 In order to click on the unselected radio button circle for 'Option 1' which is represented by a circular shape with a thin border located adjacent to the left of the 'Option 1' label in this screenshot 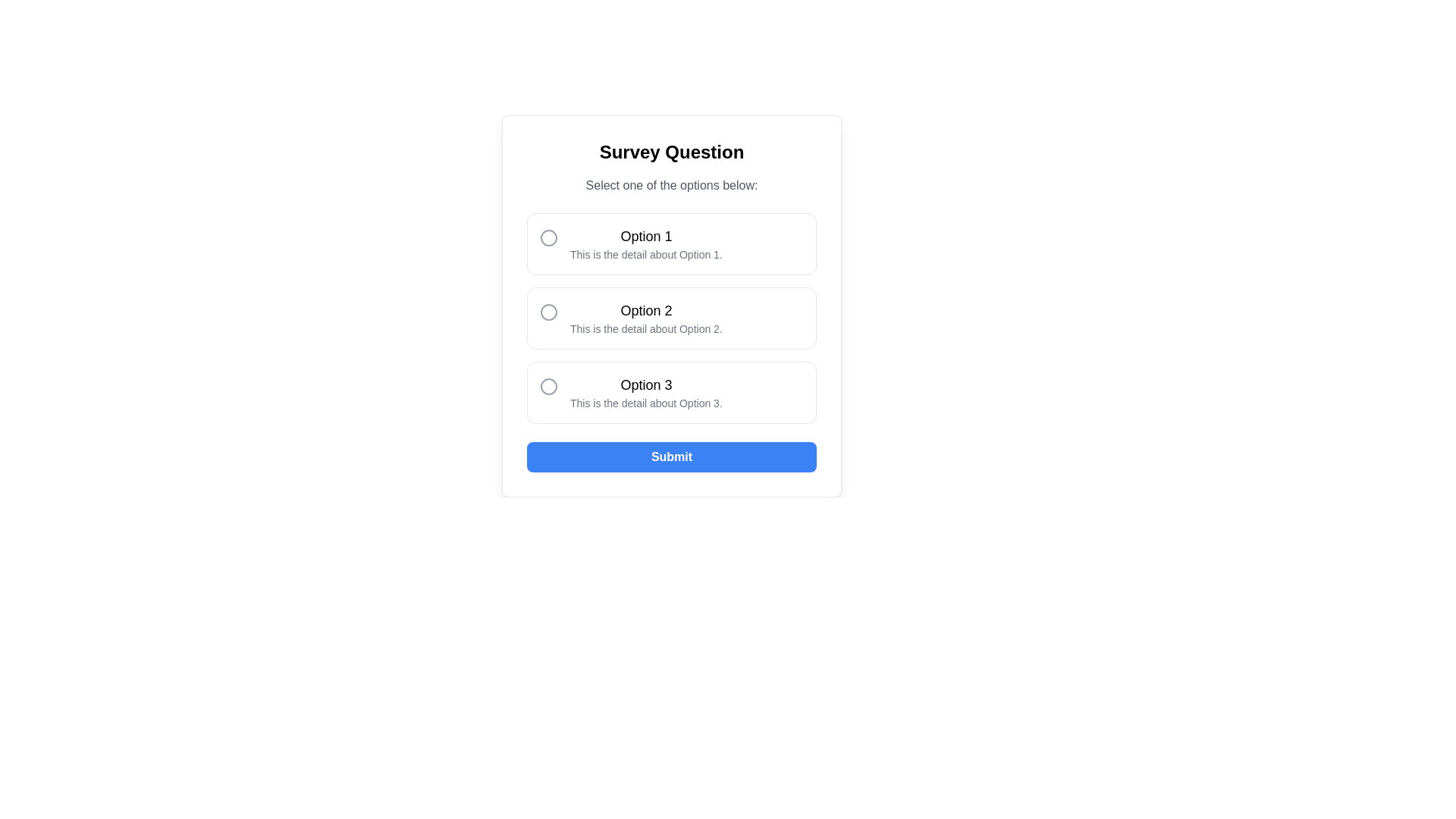, I will do `click(548, 237)`.